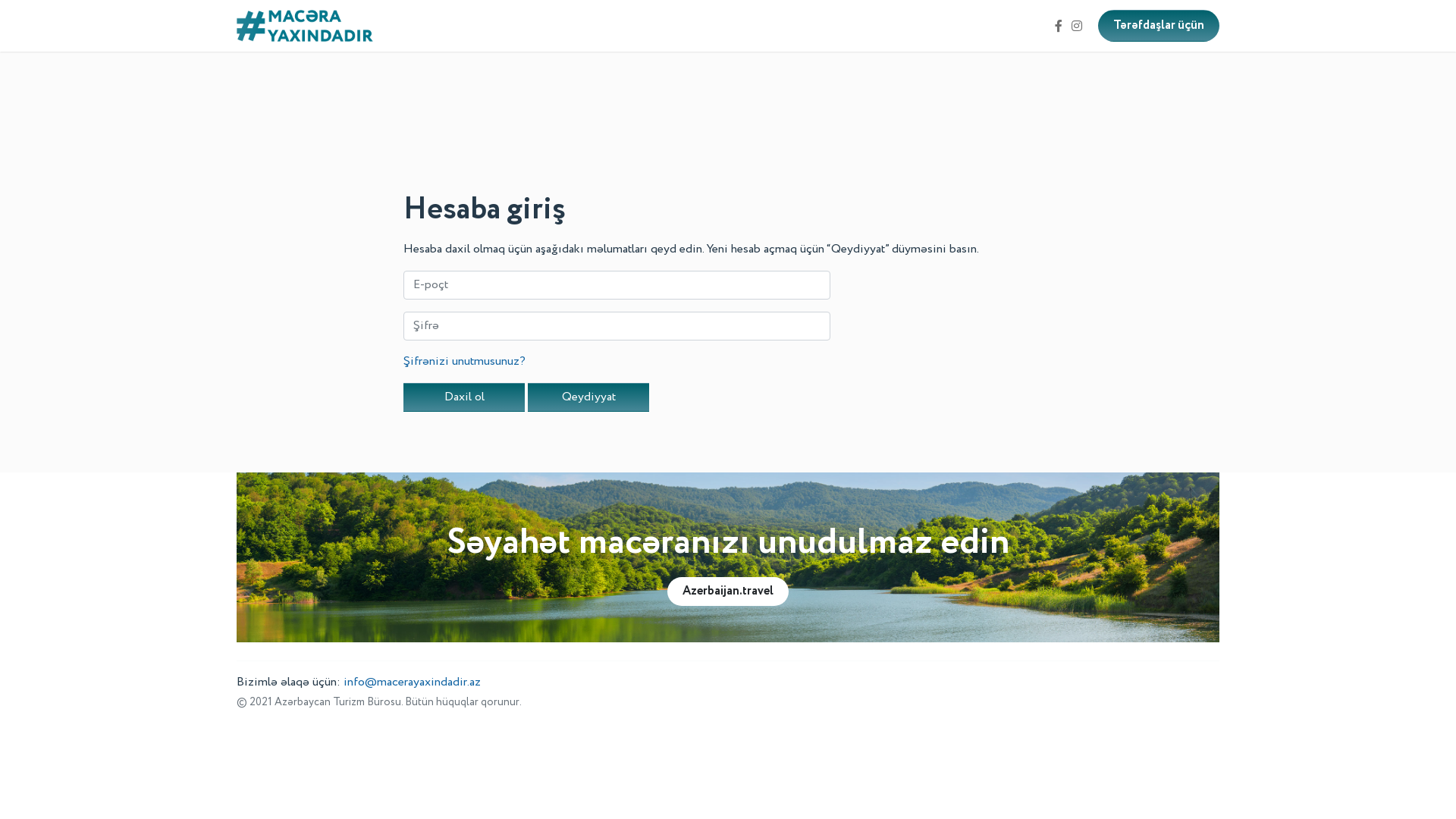 Image resolution: width=1456 pixels, height=819 pixels. I want to click on 'Qeydiyyat', so click(588, 397).